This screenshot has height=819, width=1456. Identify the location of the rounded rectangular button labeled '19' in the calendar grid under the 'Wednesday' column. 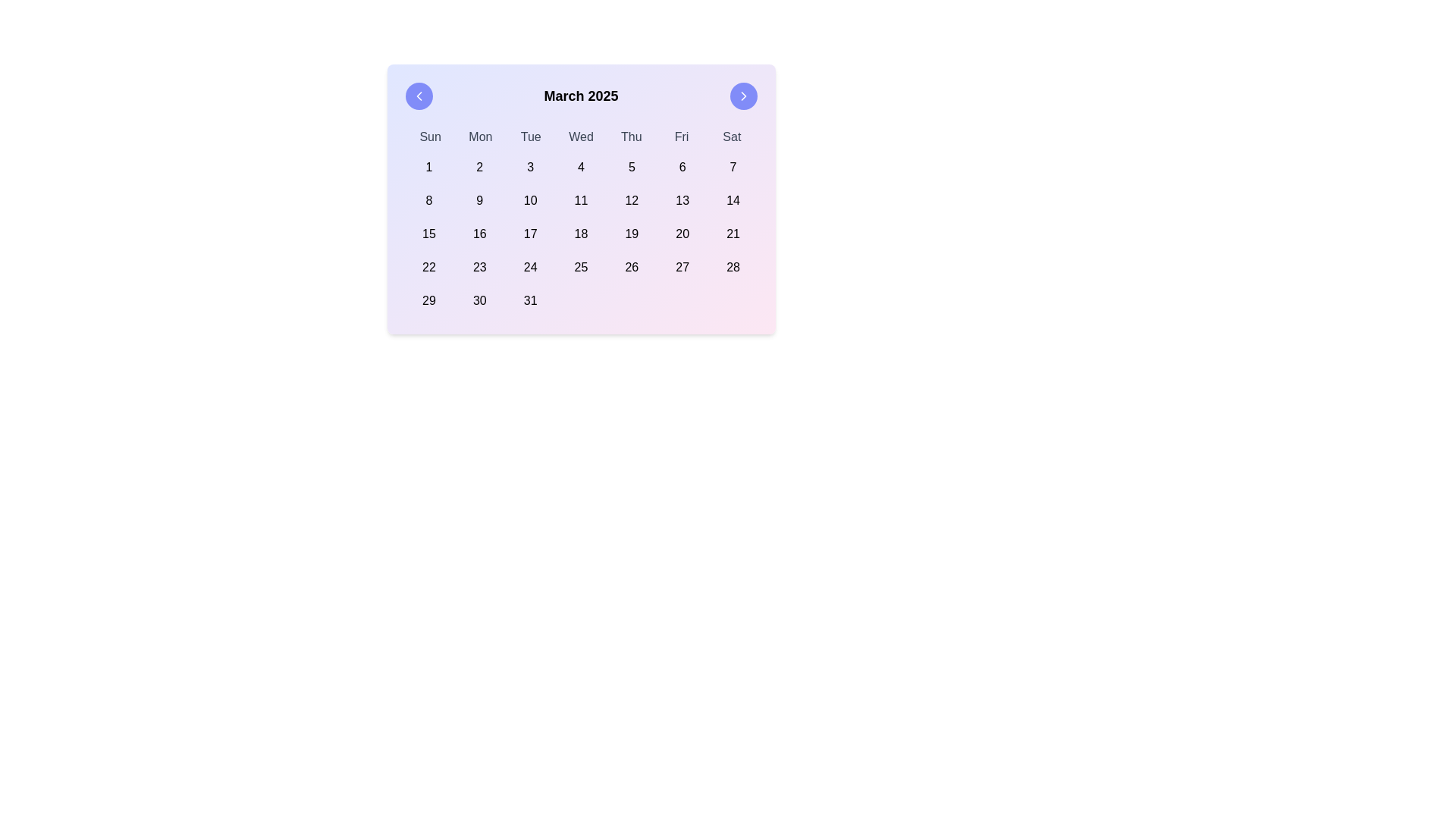
(632, 234).